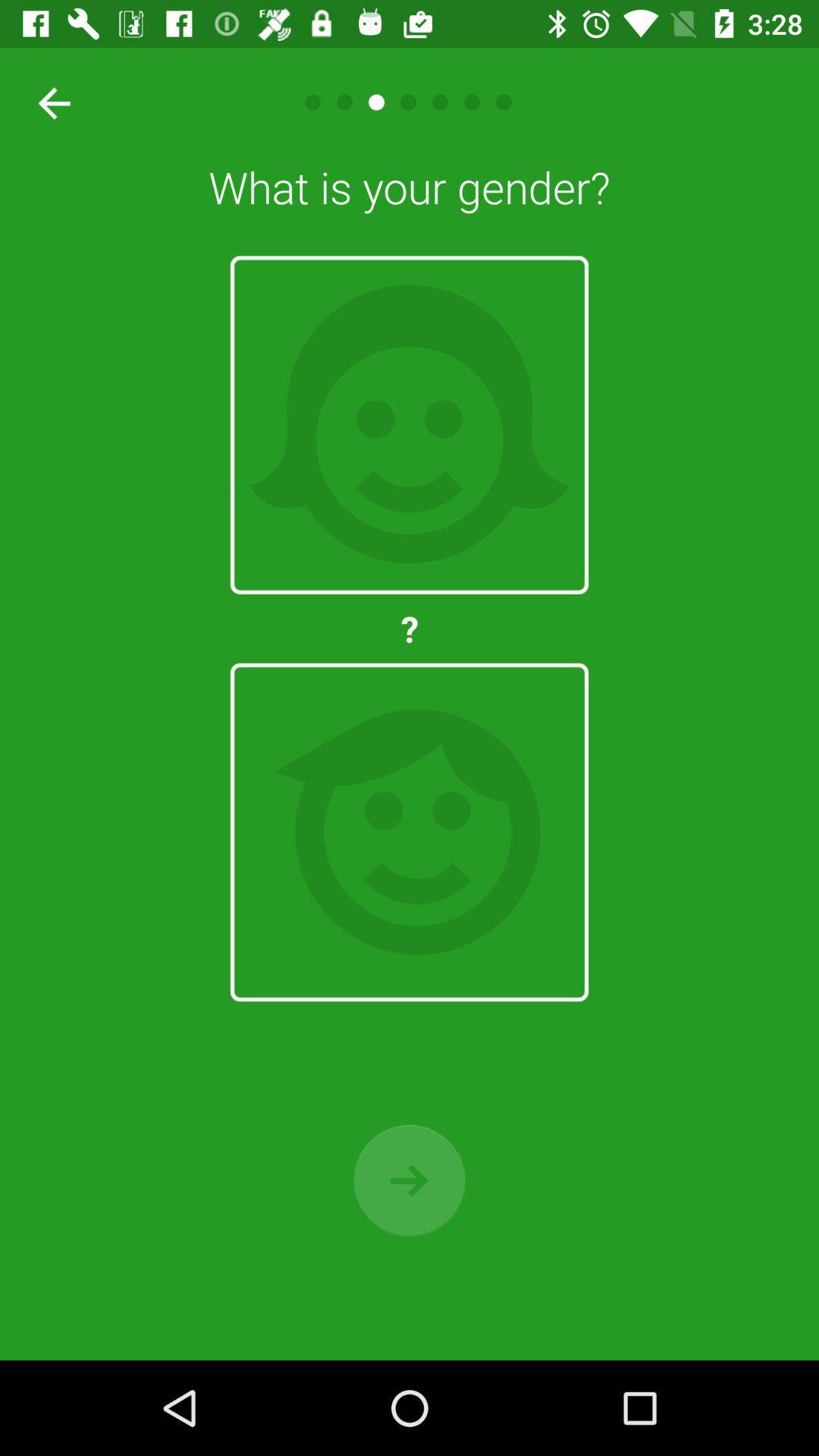 The width and height of the screenshot is (819, 1456). I want to click on chose female gender, so click(409, 425).